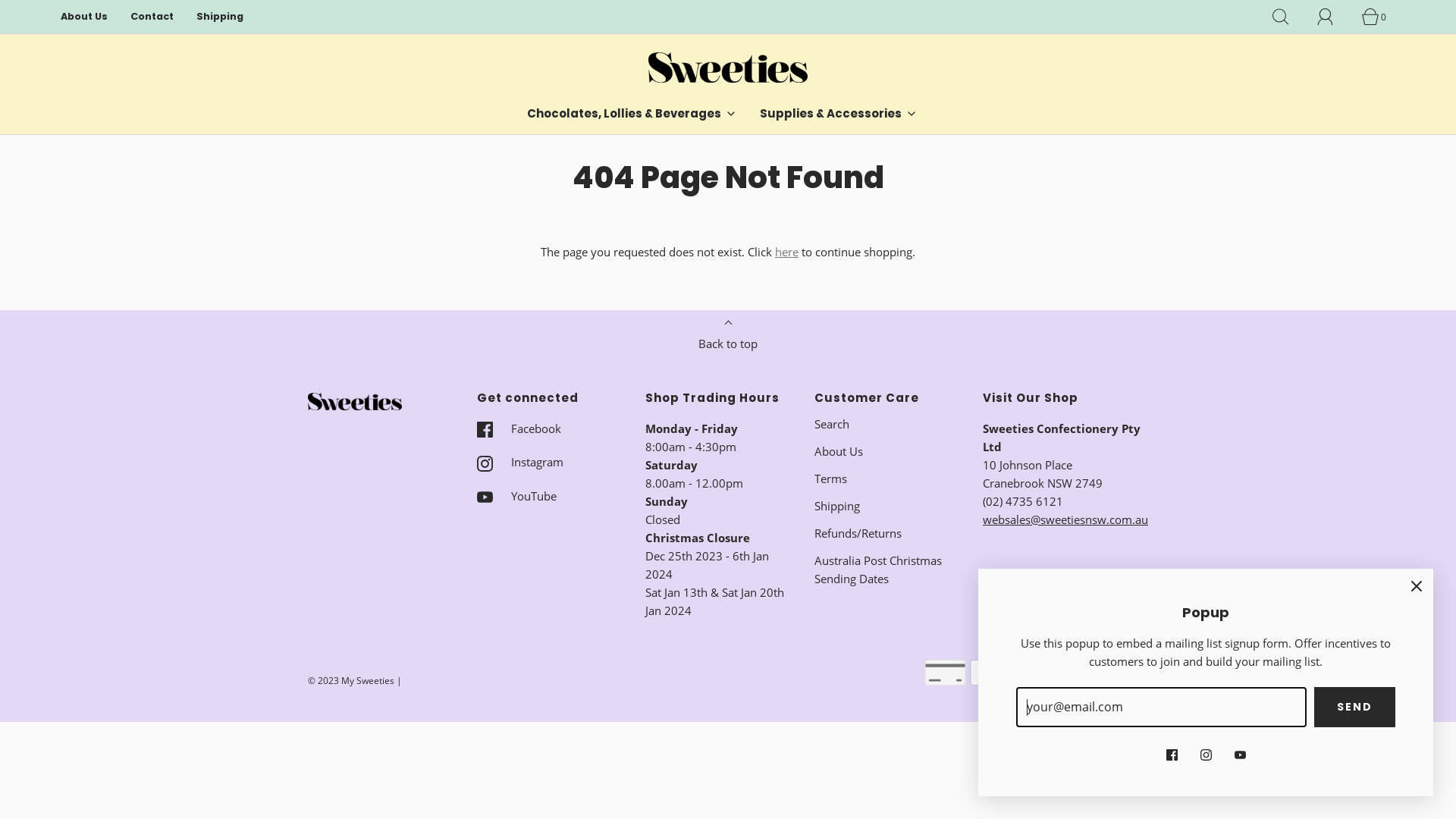 The width and height of the screenshot is (1456, 819). Describe the element at coordinates (886, 570) in the screenshot. I see `'Australia Post Christmas Sending Dates'` at that location.